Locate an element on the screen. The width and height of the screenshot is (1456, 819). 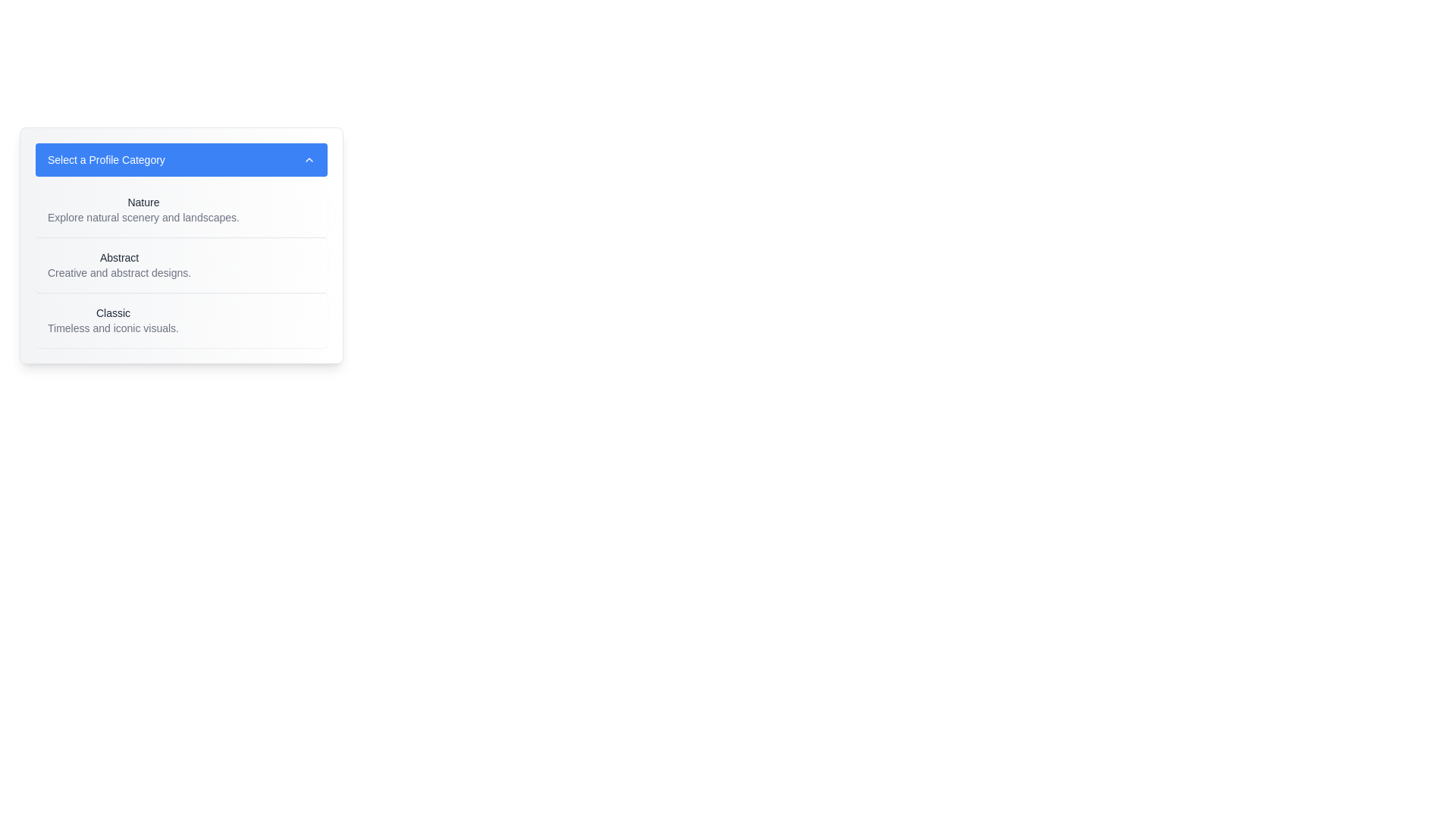
to select the 'Classic' option from the third entry in the dropdown menu, which is styled with a medium-weight dark gray font and includes the description 'Timeless and iconic visuals.' is located at coordinates (112, 320).